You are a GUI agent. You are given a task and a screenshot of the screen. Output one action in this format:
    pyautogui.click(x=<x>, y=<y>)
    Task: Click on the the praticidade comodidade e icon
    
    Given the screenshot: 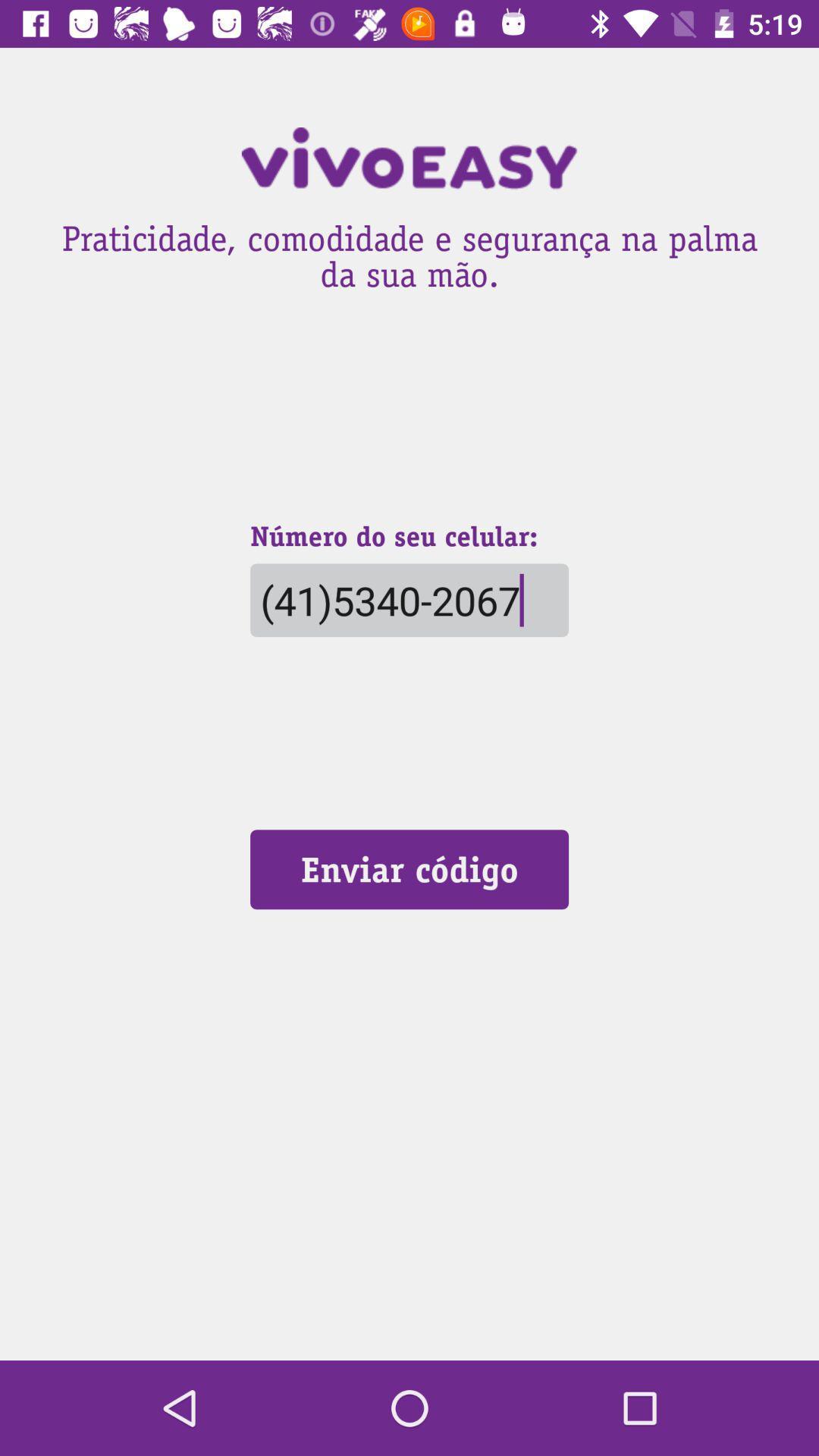 What is the action you would take?
    pyautogui.click(x=409, y=251)
    